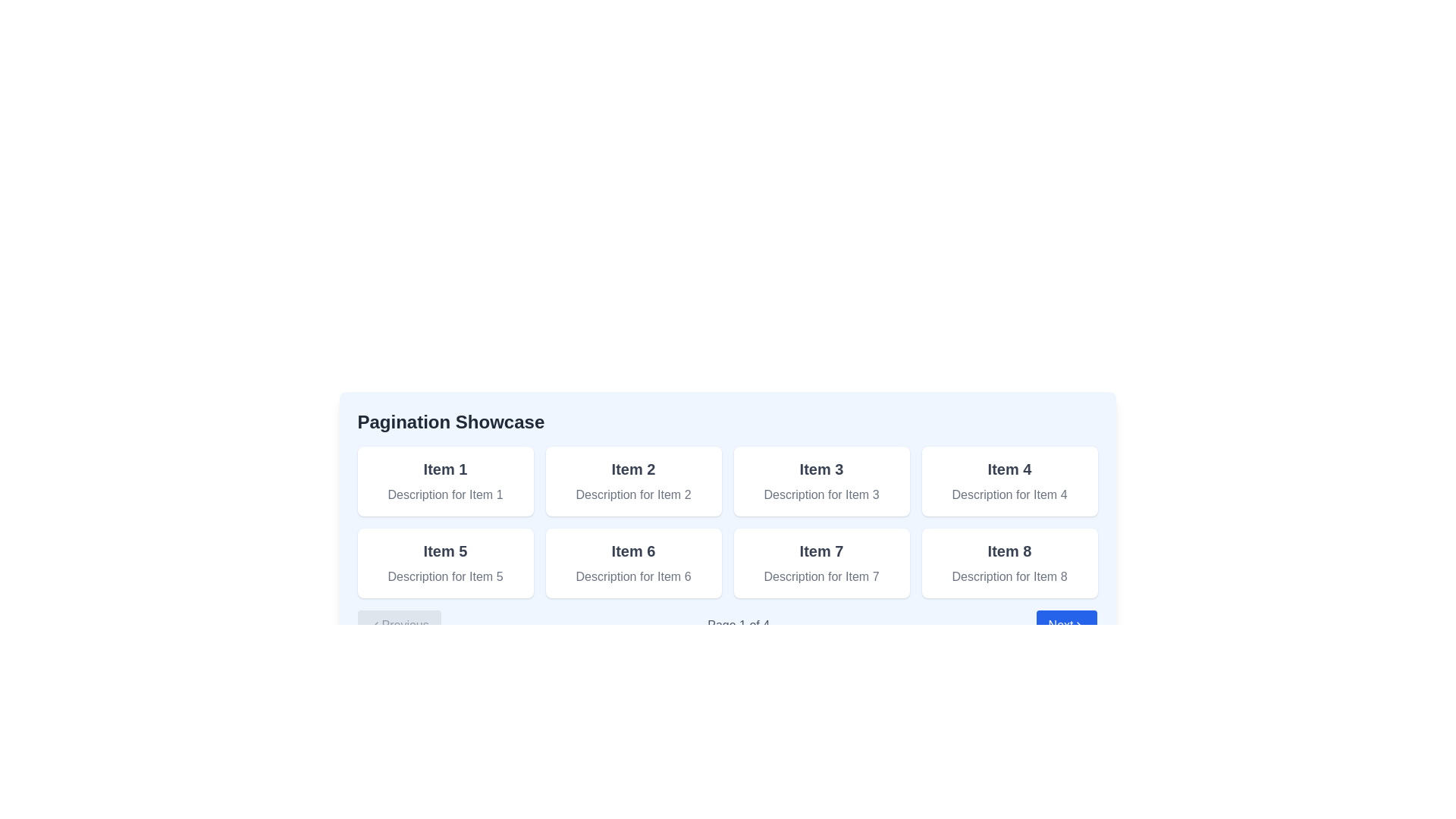 The height and width of the screenshot is (819, 1456). What do you see at coordinates (399, 626) in the screenshot?
I see `the button located in the bottom-left corner of the pagination section, adjacent to the text 'Page 1 of 4'` at bounding box center [399, 626].